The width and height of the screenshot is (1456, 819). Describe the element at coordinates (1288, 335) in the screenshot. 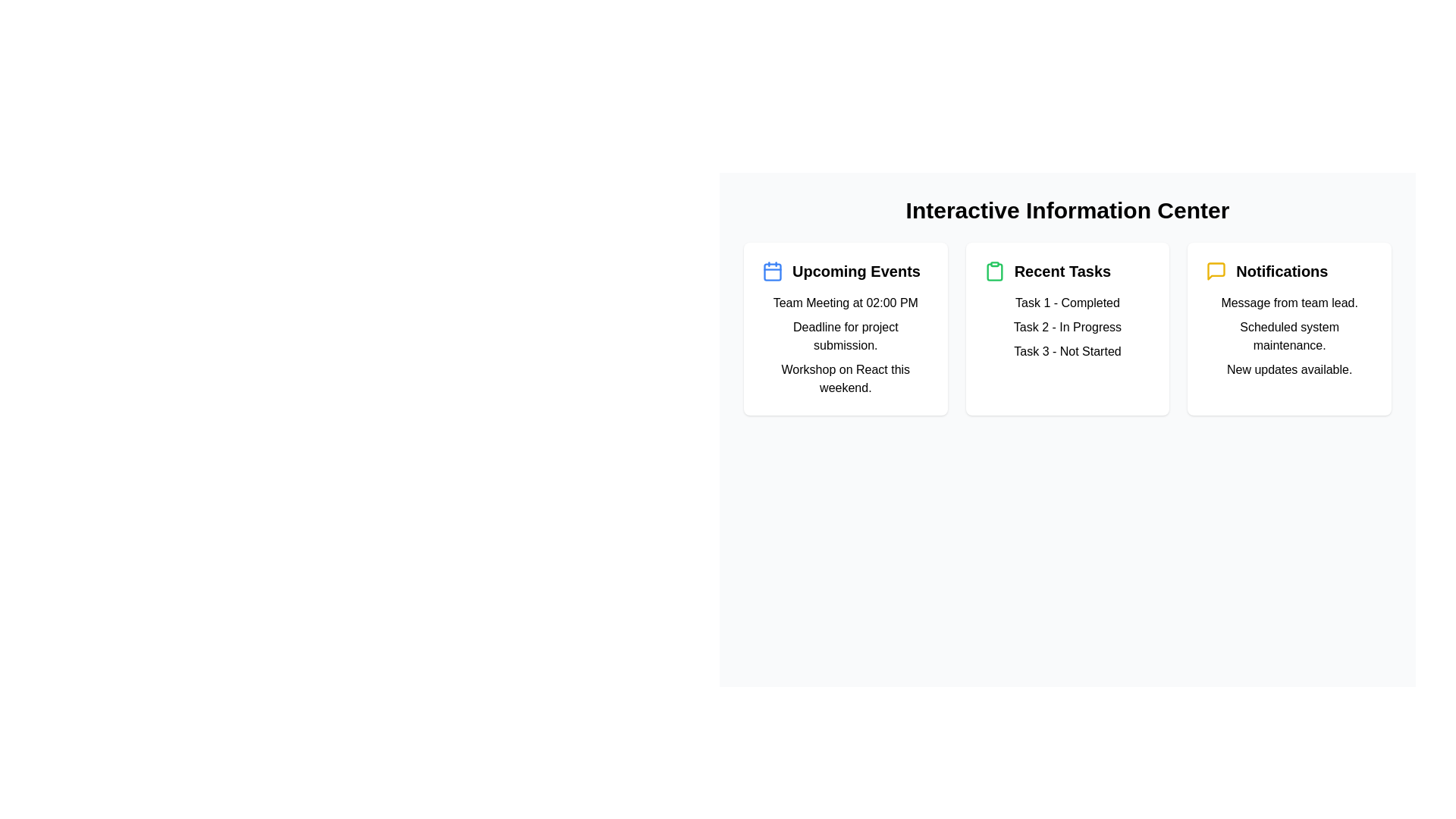

I see `messages in the vertically-aligned text list located in the lower section of the 'Notifications' card, which includes 'Message from team lead.', 'Scheduled system maintenance.', and 'New updates available.'` at that location.